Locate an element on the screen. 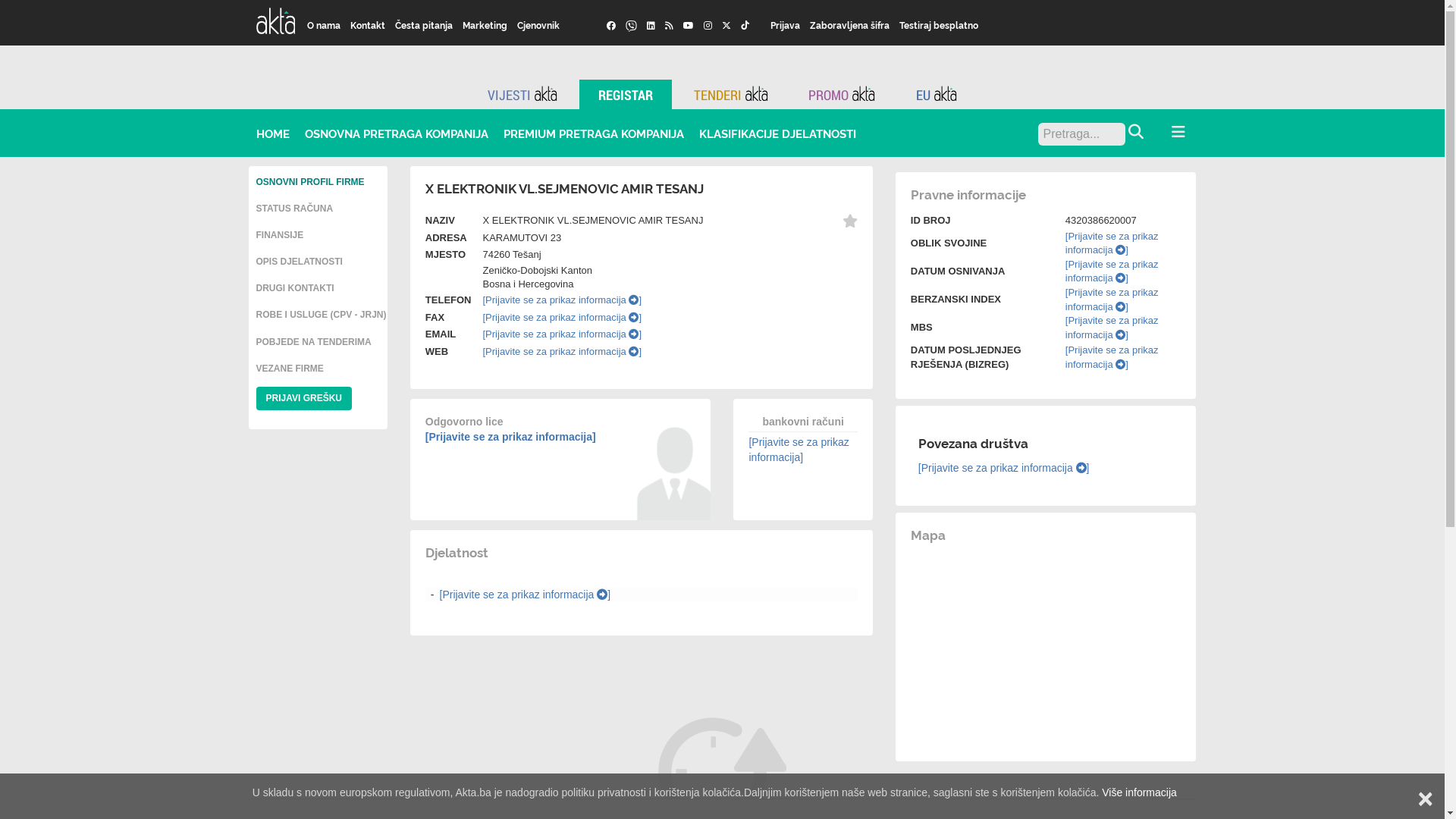 The image size is (1456, 819). 'VEZANE FIRME' is located at coordinates (290, 369).